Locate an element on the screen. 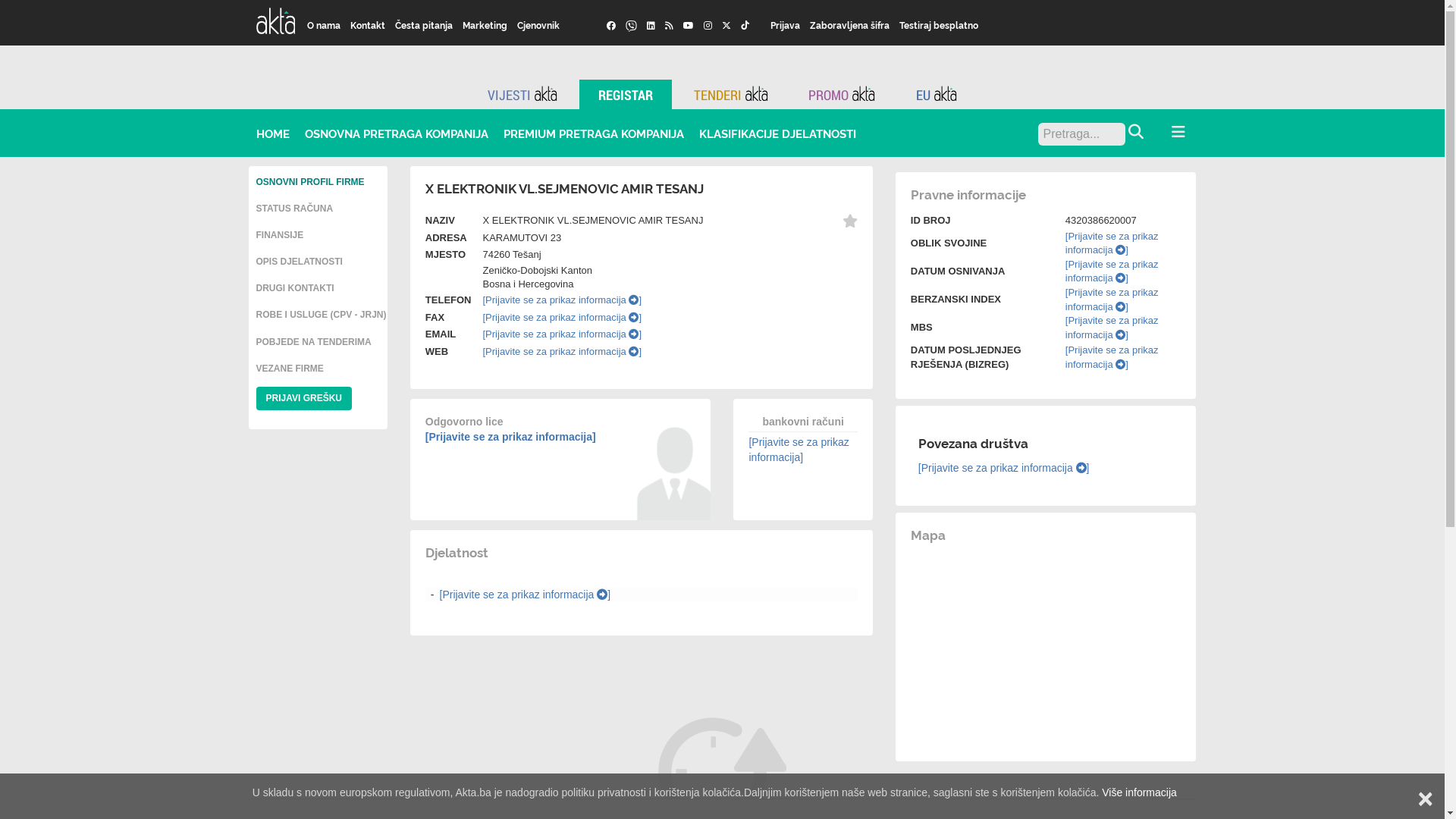 The image size is (1456, 819). 'VEZANE FIRME' is located at coordinates (290, 369).